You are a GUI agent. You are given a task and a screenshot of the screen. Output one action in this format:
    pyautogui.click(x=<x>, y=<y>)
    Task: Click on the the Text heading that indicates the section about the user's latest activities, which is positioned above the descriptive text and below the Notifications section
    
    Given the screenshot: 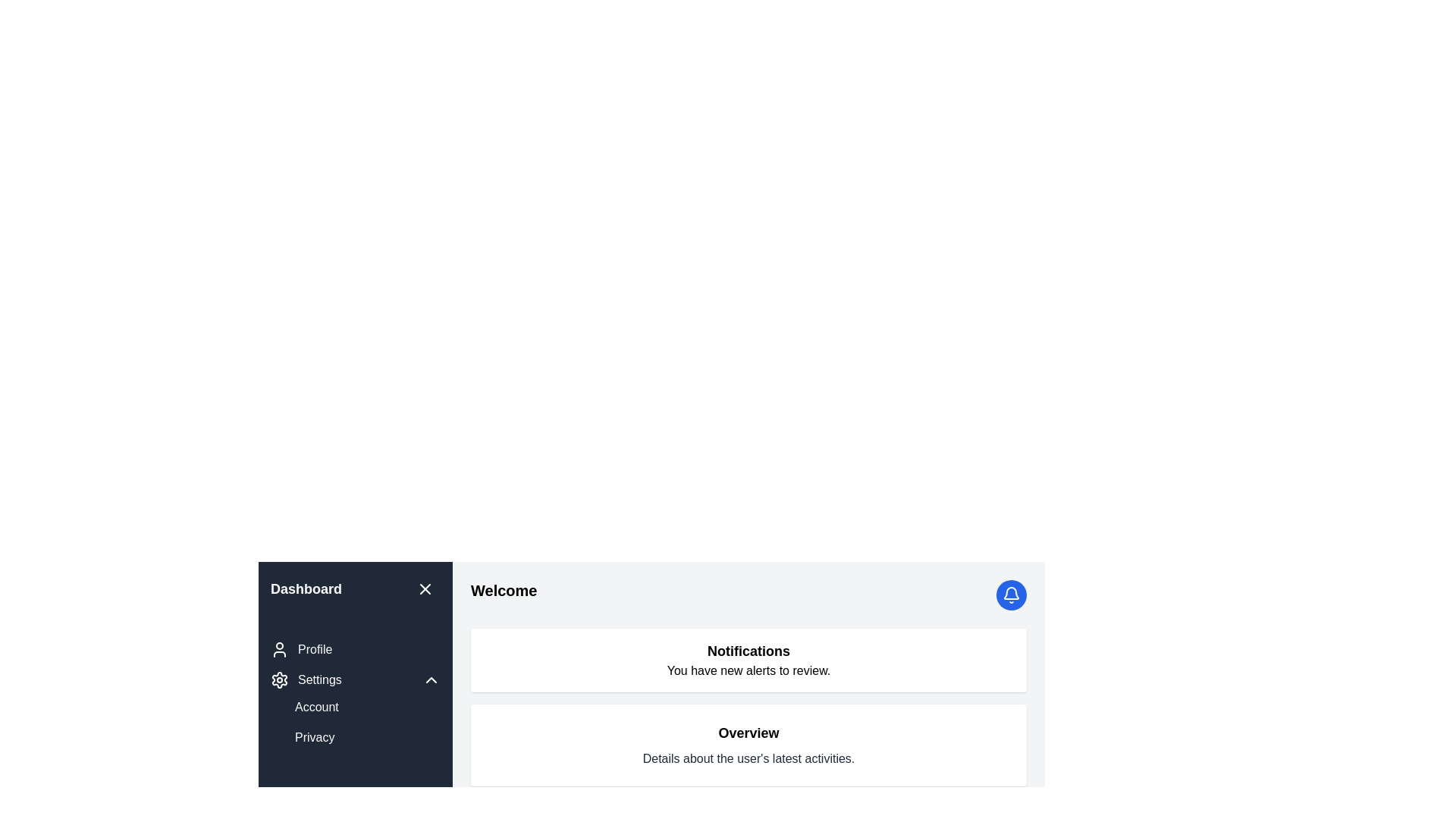 What is the action you would take?
    pyautogui.click(x=748, y=733)
    